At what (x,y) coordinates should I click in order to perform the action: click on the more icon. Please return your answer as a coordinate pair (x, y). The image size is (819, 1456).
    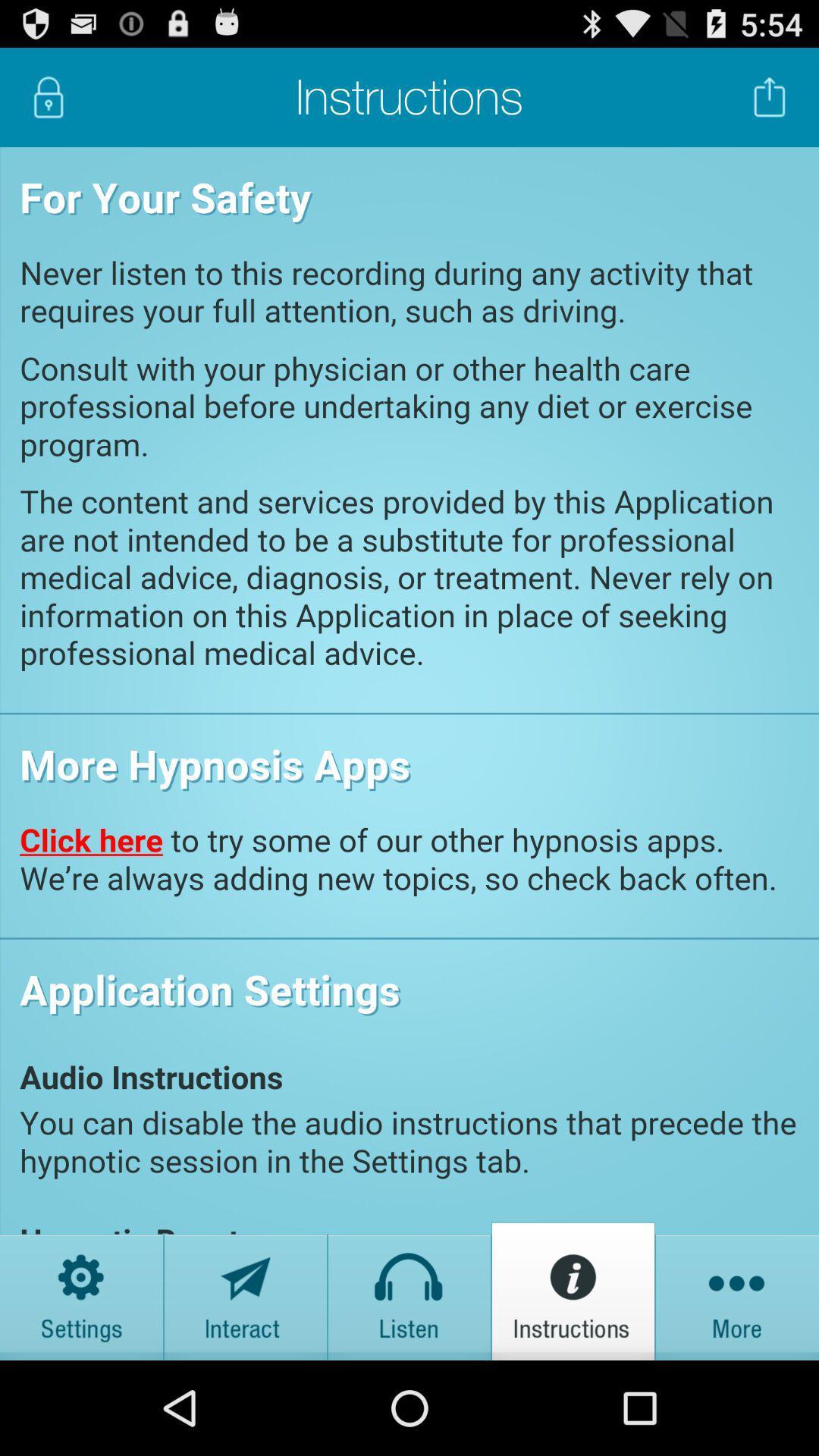
    Looking at the image, I should click on (736, 1381).